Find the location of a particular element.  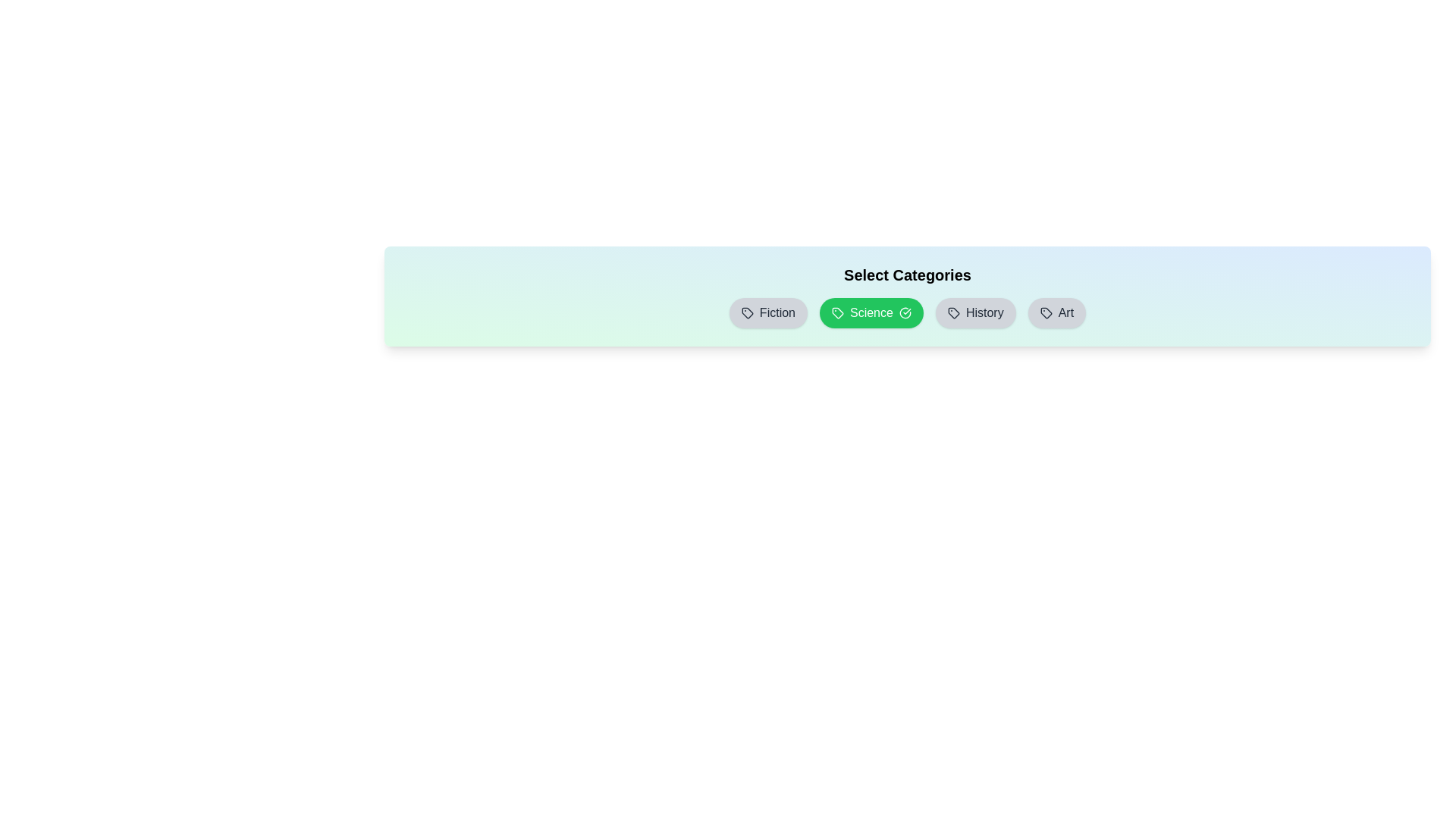

the Art button is located at coordinates (1056, 312).